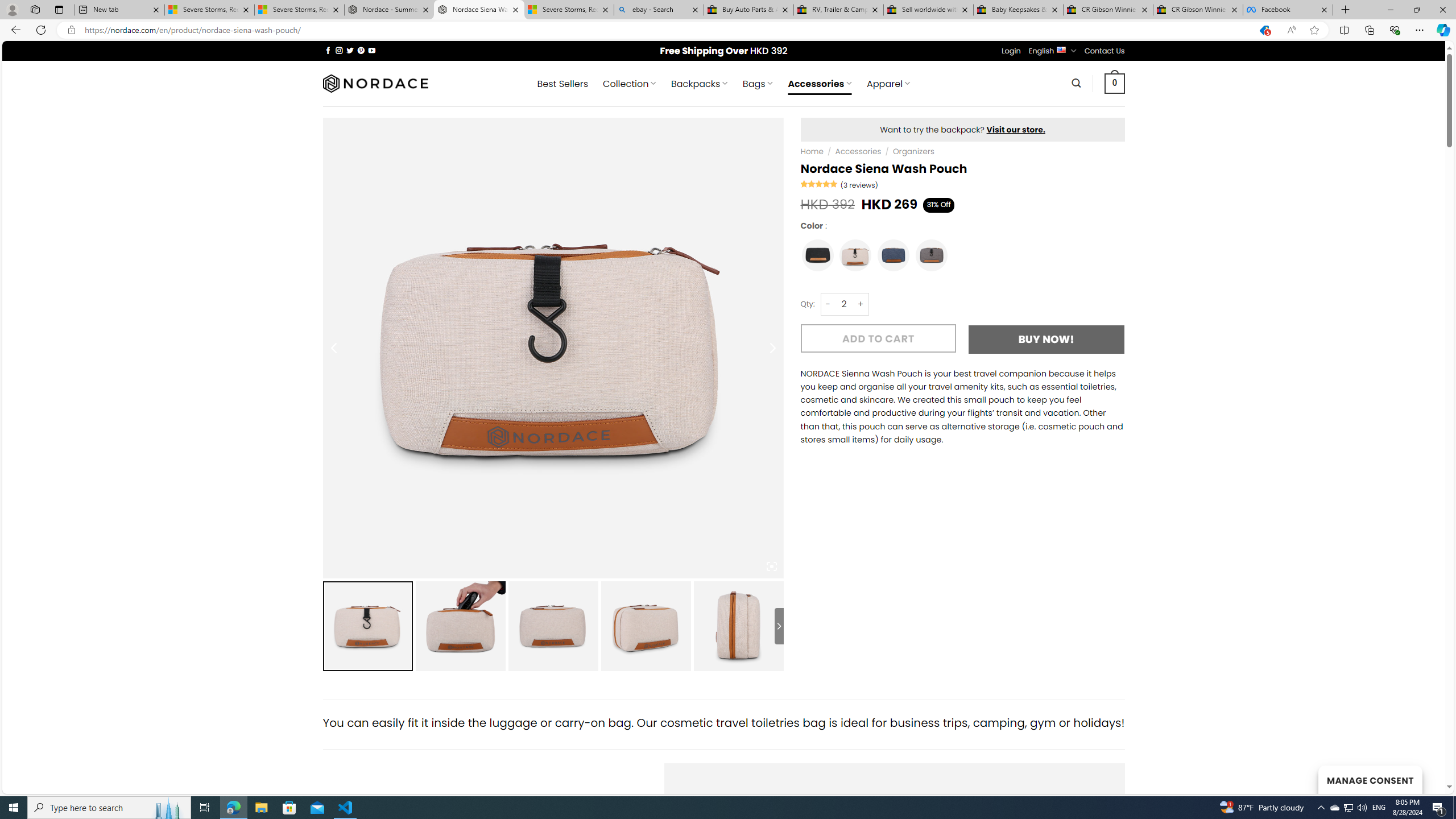 This screenshot has height=819, width=1456. Describe the element at coordinates (1011, 51) in the screenshot. I see `'Login'` at that location.